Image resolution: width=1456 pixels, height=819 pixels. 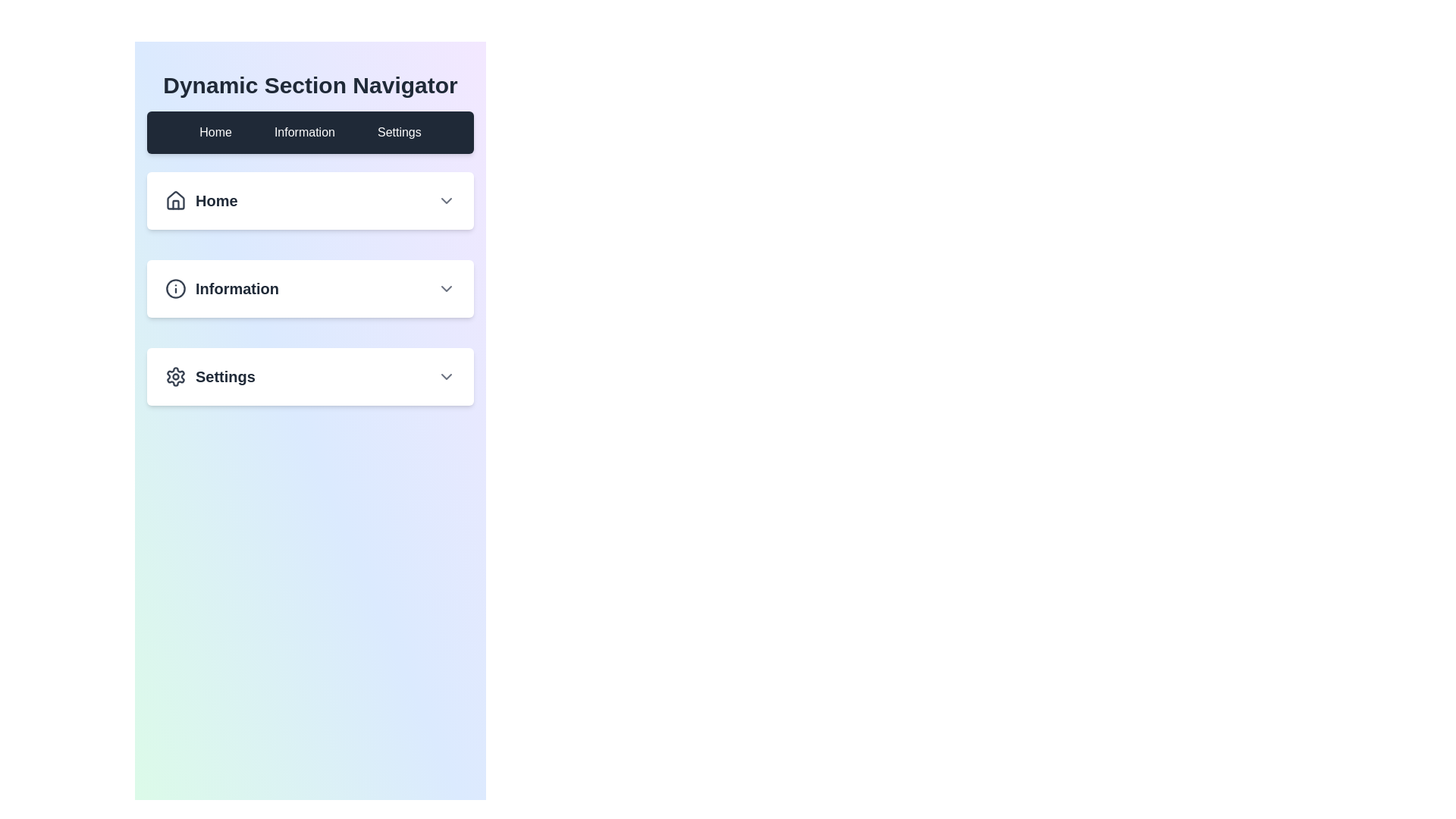 What do you see at coordinates (446, 289) in the screenshot?
I see `the chevron icon/button located on the right side of the 'Information' section header` at bounding box center [446, 289].